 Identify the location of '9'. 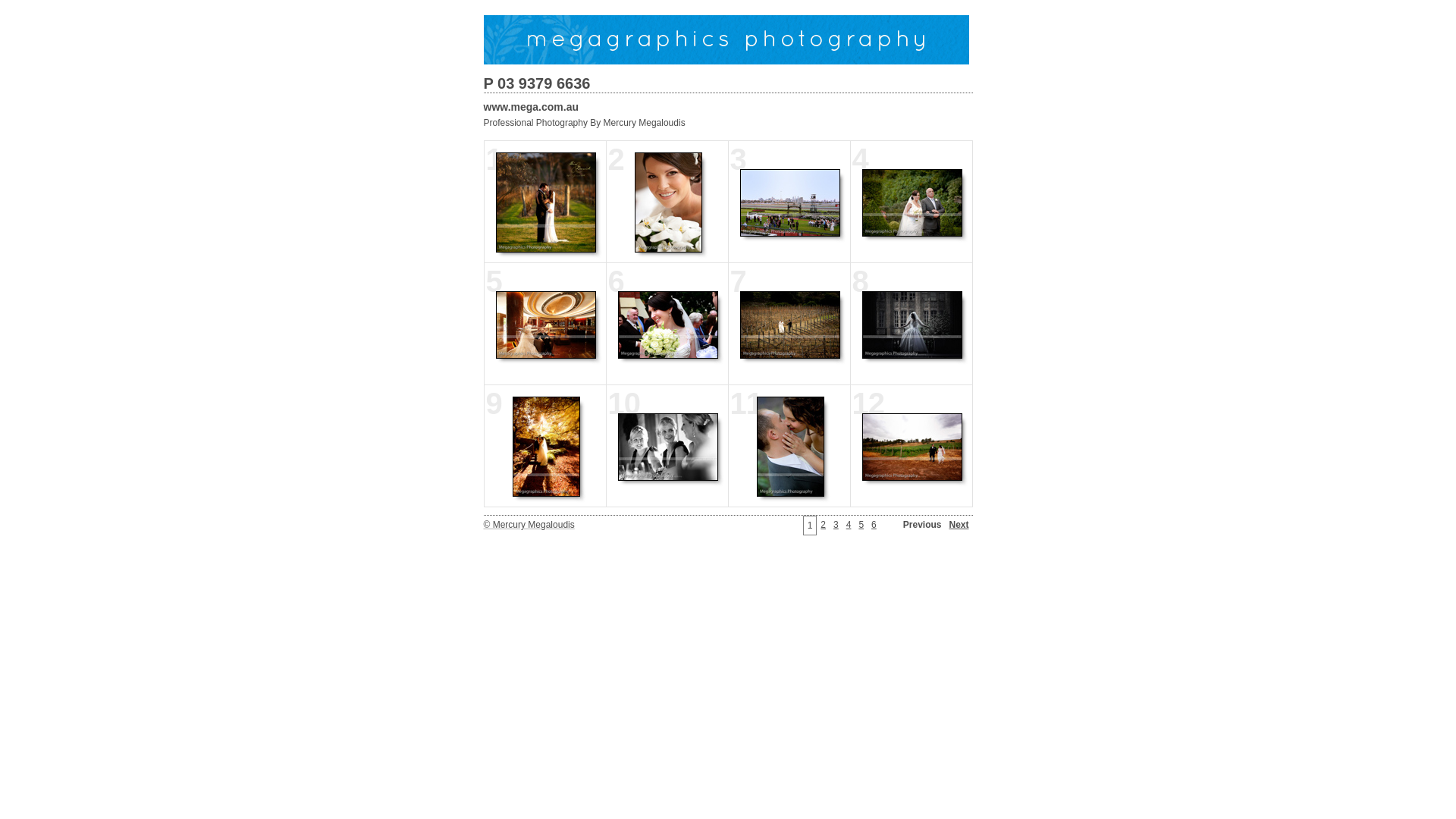
(544, 444).